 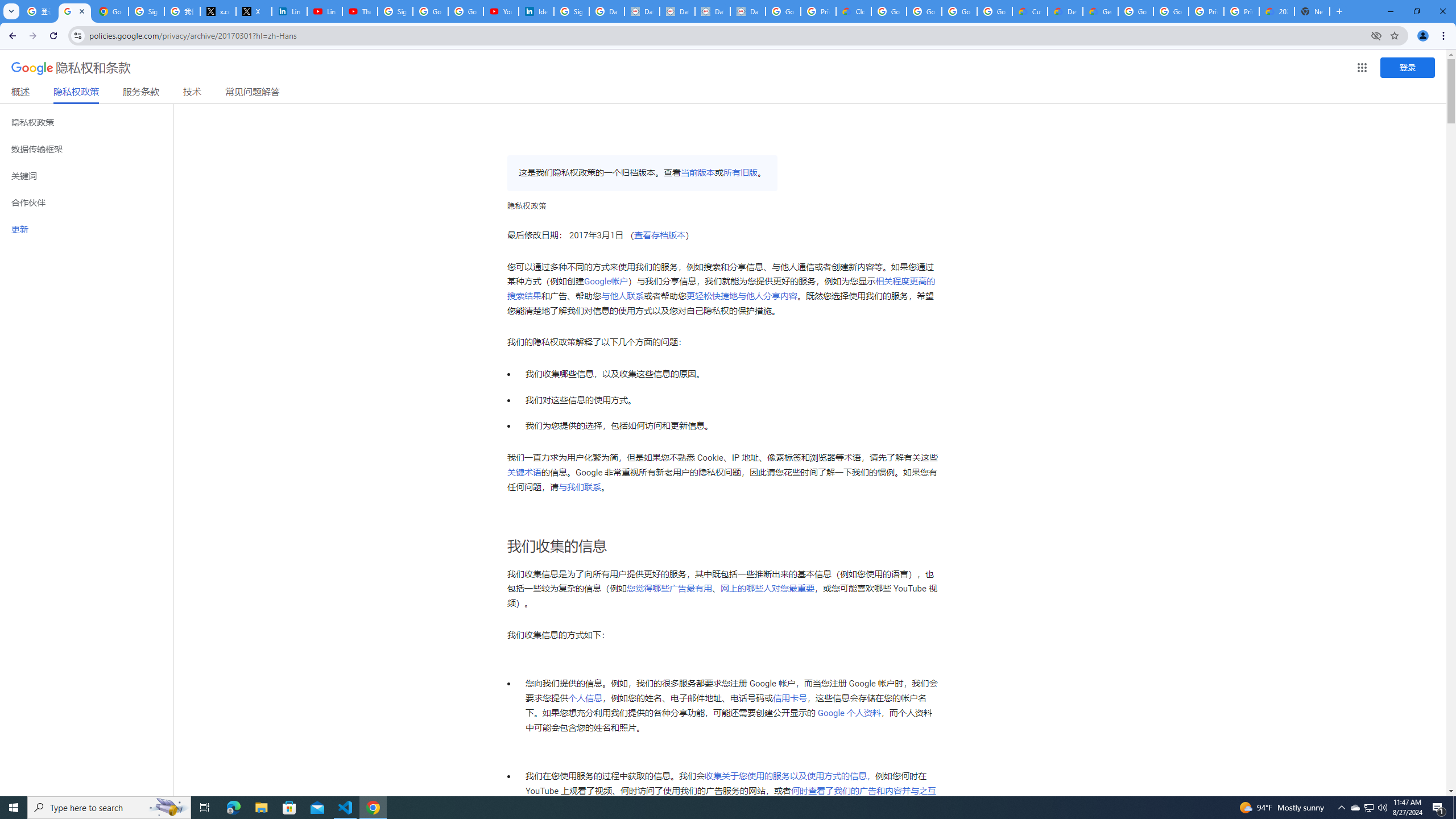 What do you see at coordinates (1170, 11) in the screenshot?
I see `'Google Cloud Platform'` at bounding box center [1170, 11].